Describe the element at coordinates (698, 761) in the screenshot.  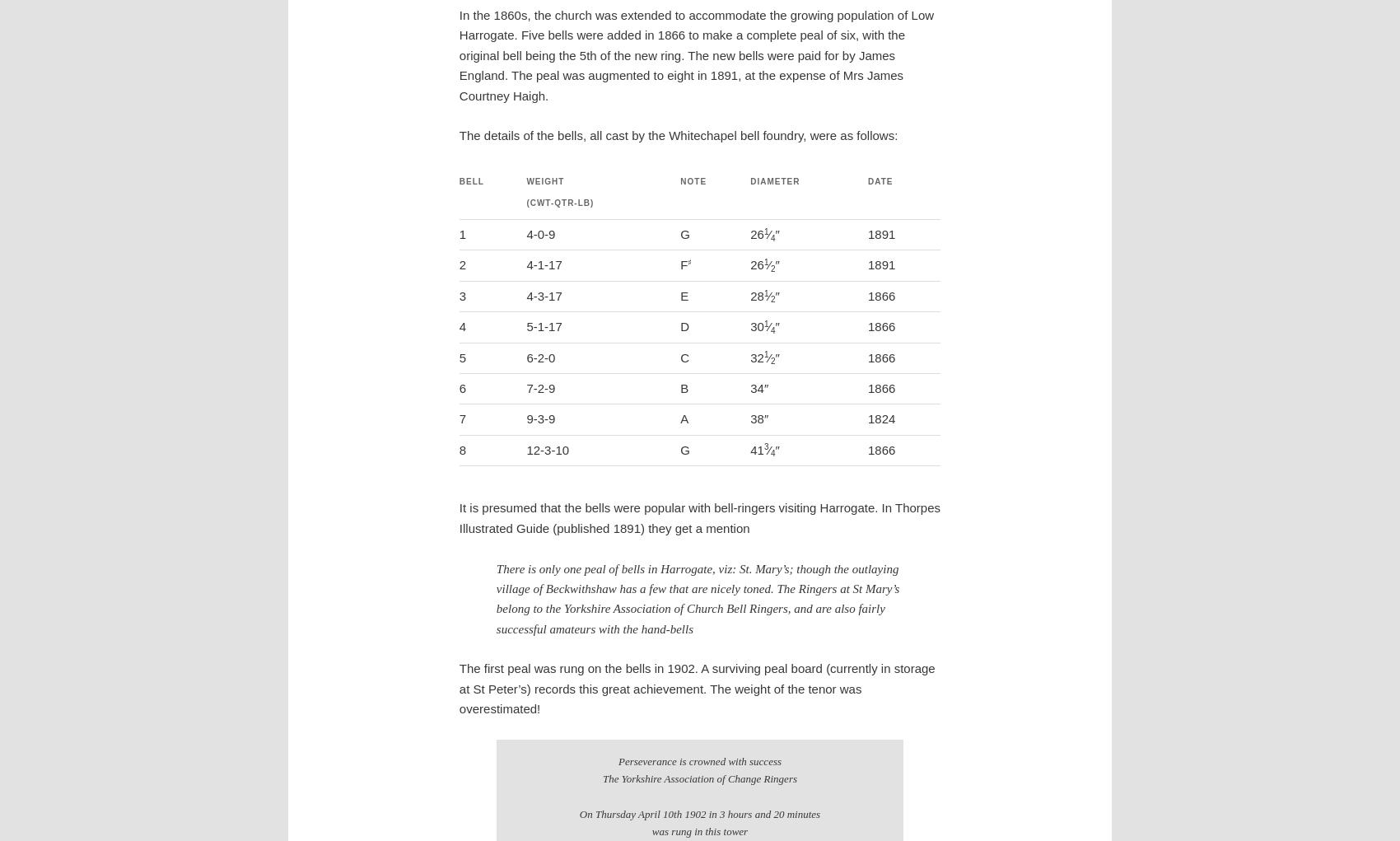
I see `'Perseverance is crowned with success'` at that location.